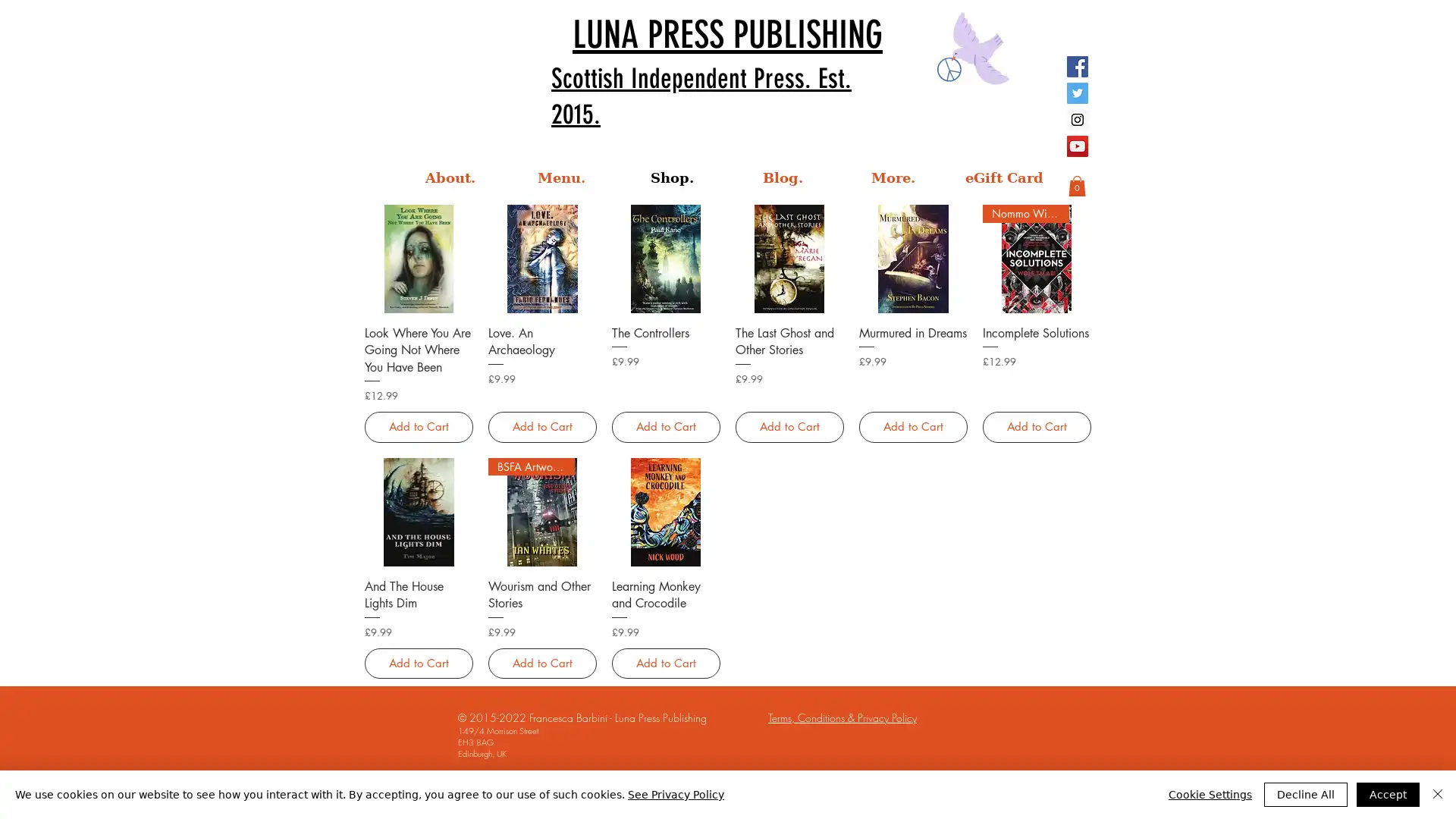 The image size is (1456, 819). Describe the element at coordinates (419, 330) in the screenshot. I see `Quick View` at that location.